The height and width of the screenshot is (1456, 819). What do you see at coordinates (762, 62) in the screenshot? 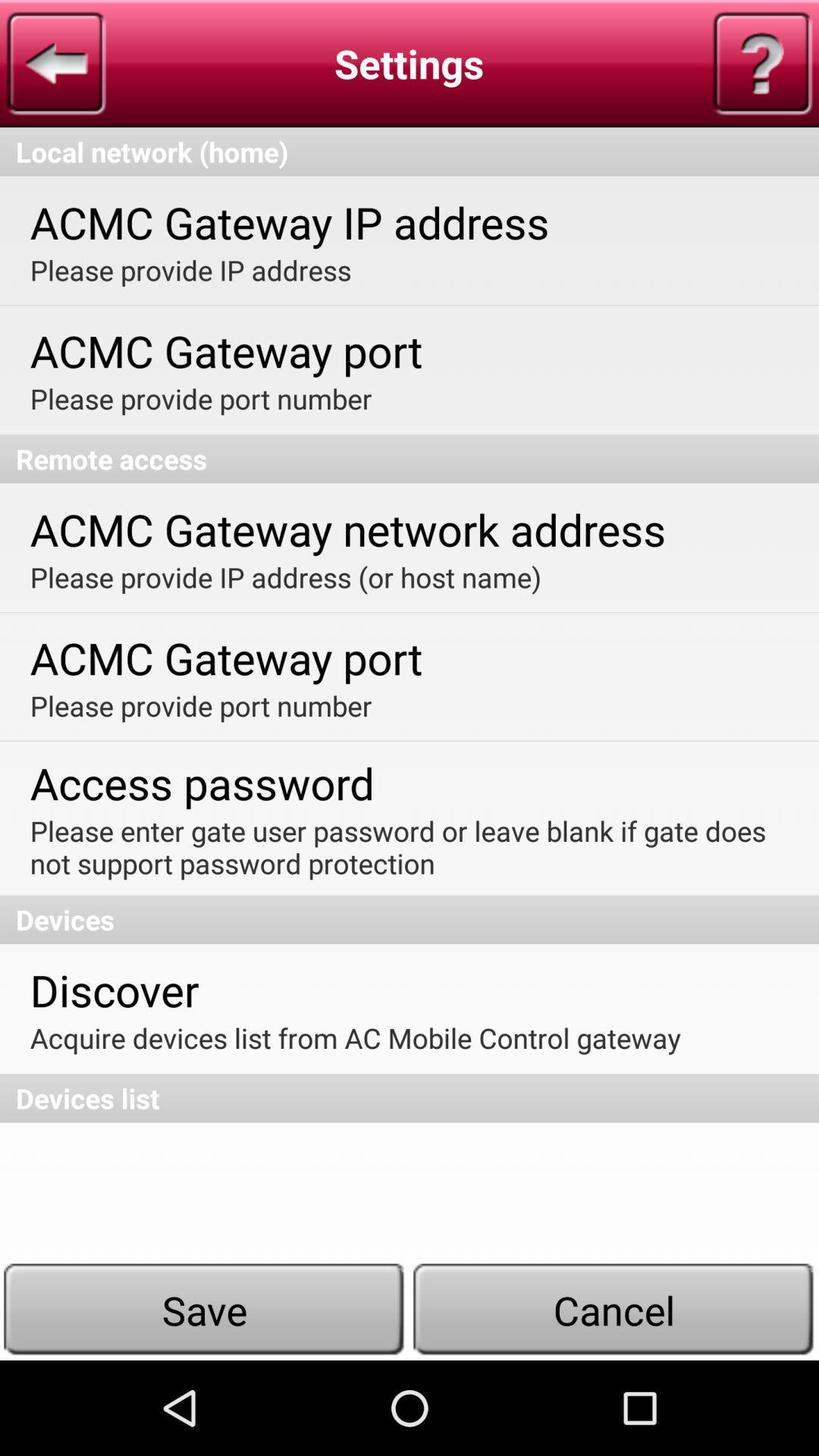
I see `the app to the right of the settings icon` at bounding box center [762, 62].